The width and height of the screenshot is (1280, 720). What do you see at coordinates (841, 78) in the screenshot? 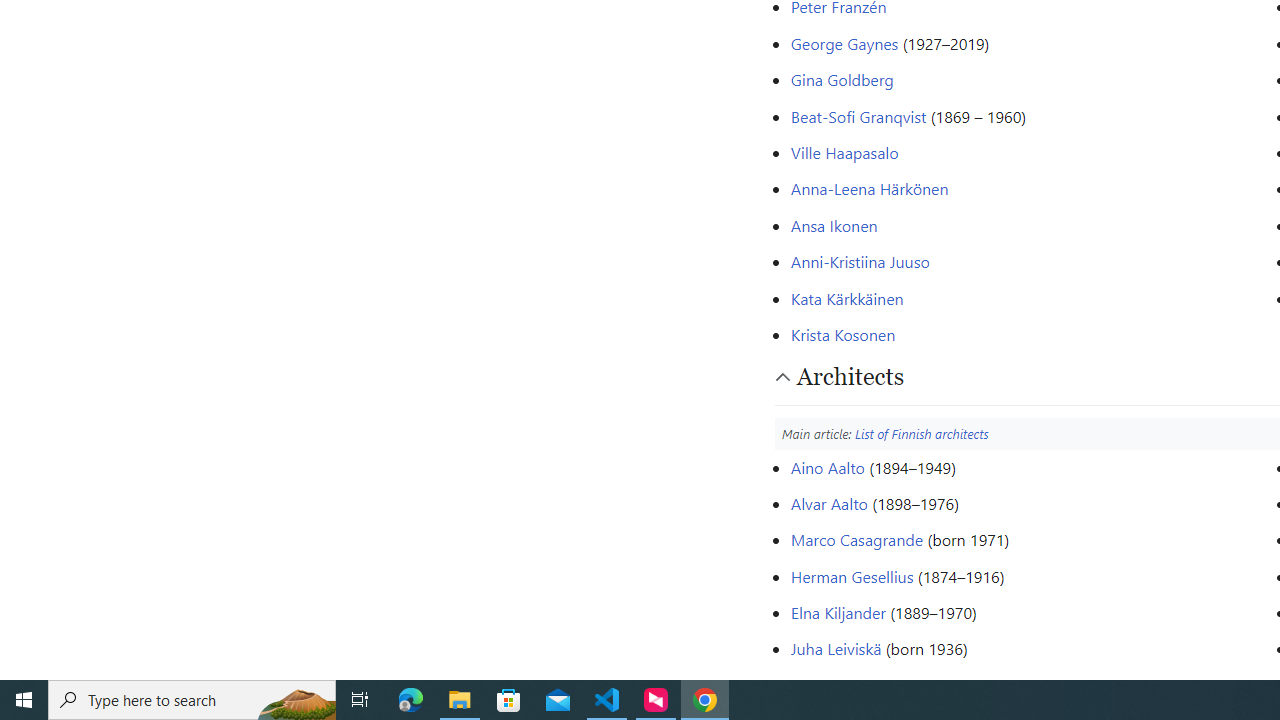
I see `'Gina Goldberg'` at bounding box center [841, 78].